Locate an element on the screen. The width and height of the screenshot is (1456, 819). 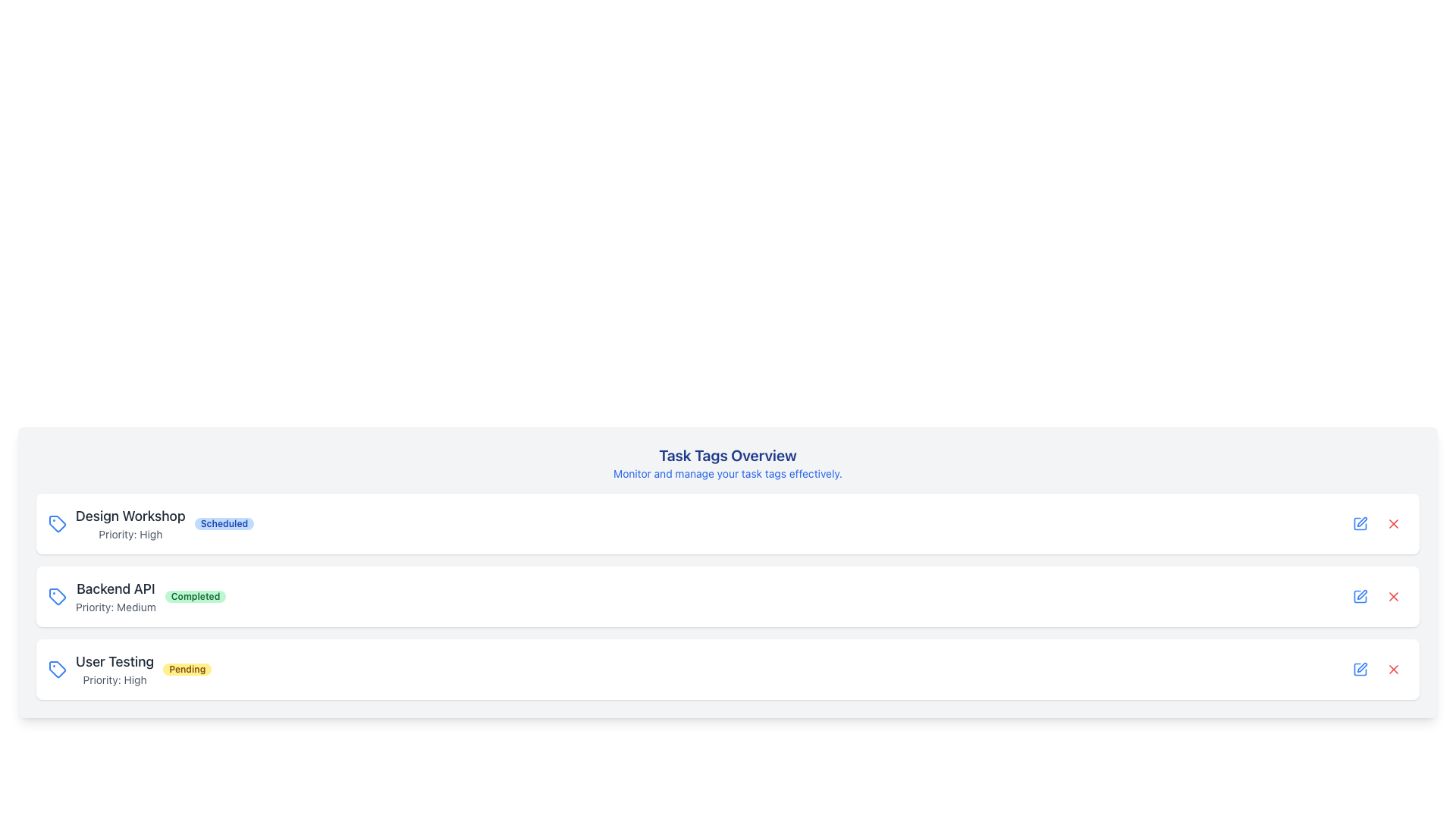
the small blue pen button located to the right of the first item in the vertical list to initiate an edit action is located at coordinates (1360, 522).